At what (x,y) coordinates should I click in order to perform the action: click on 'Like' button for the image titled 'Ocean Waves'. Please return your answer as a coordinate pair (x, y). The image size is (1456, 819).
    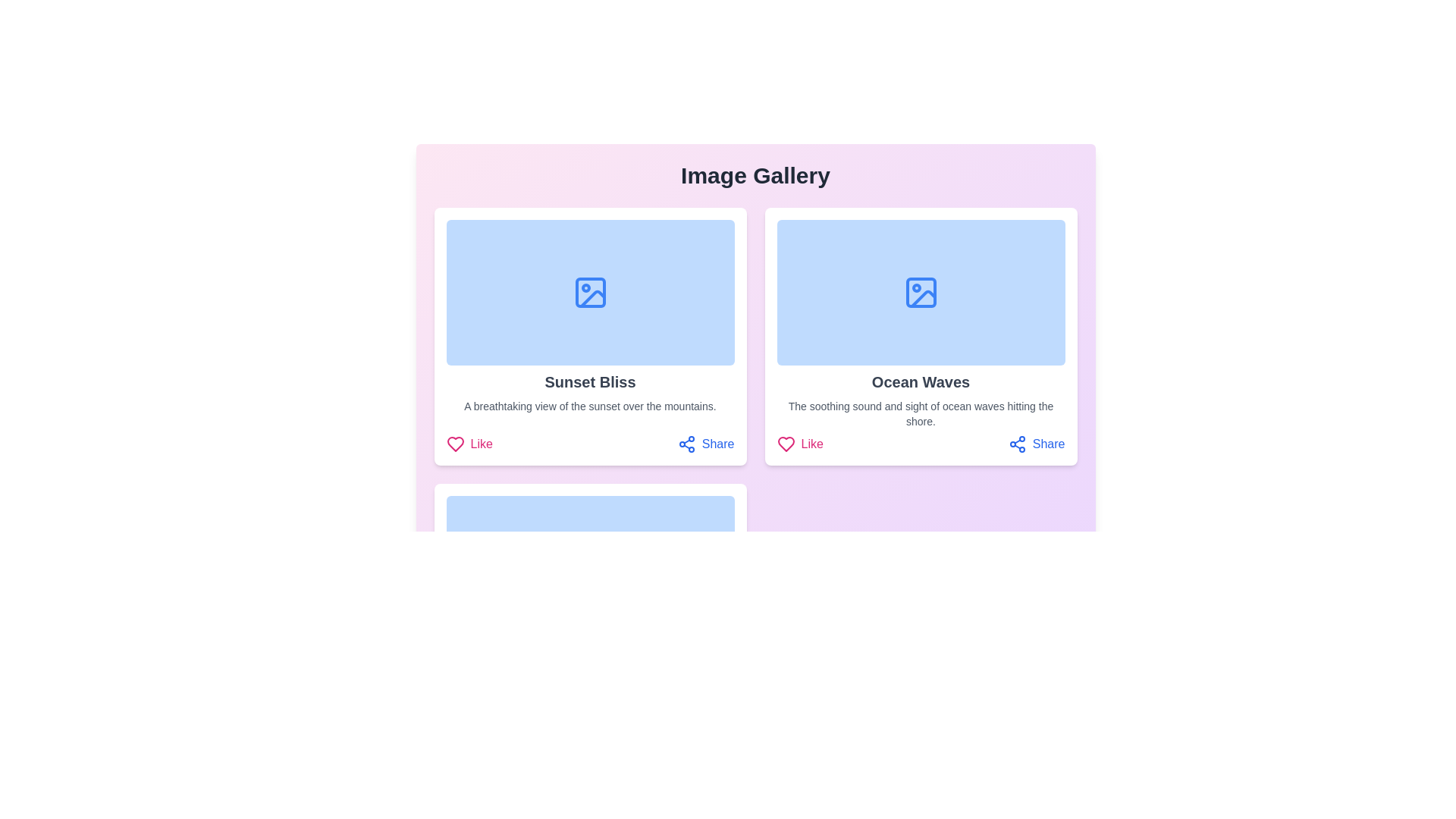
    Looking at the image, I should click on (799, 444).